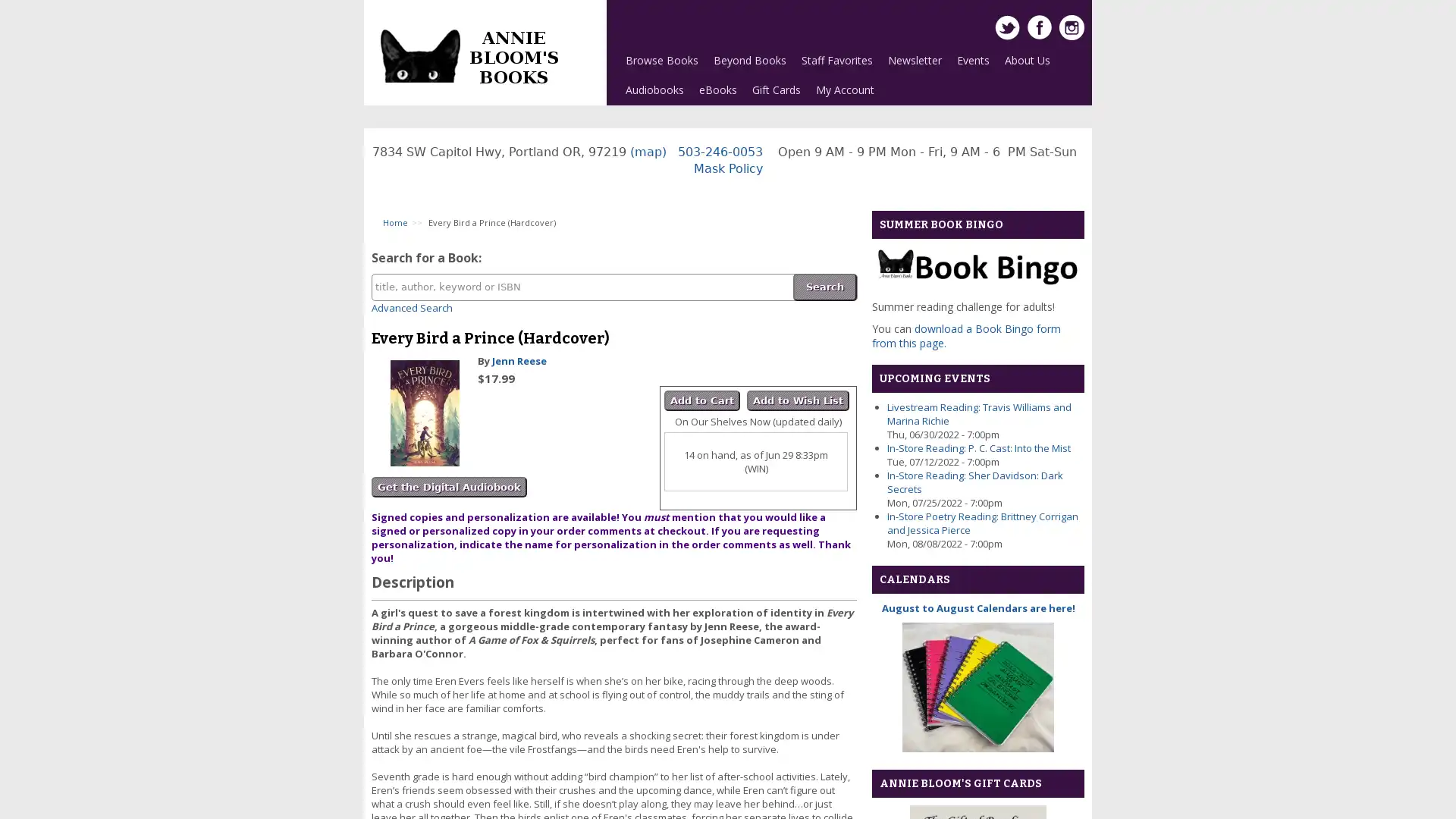  I want to click on Get the Digital Audiobook, so click(448, 487).